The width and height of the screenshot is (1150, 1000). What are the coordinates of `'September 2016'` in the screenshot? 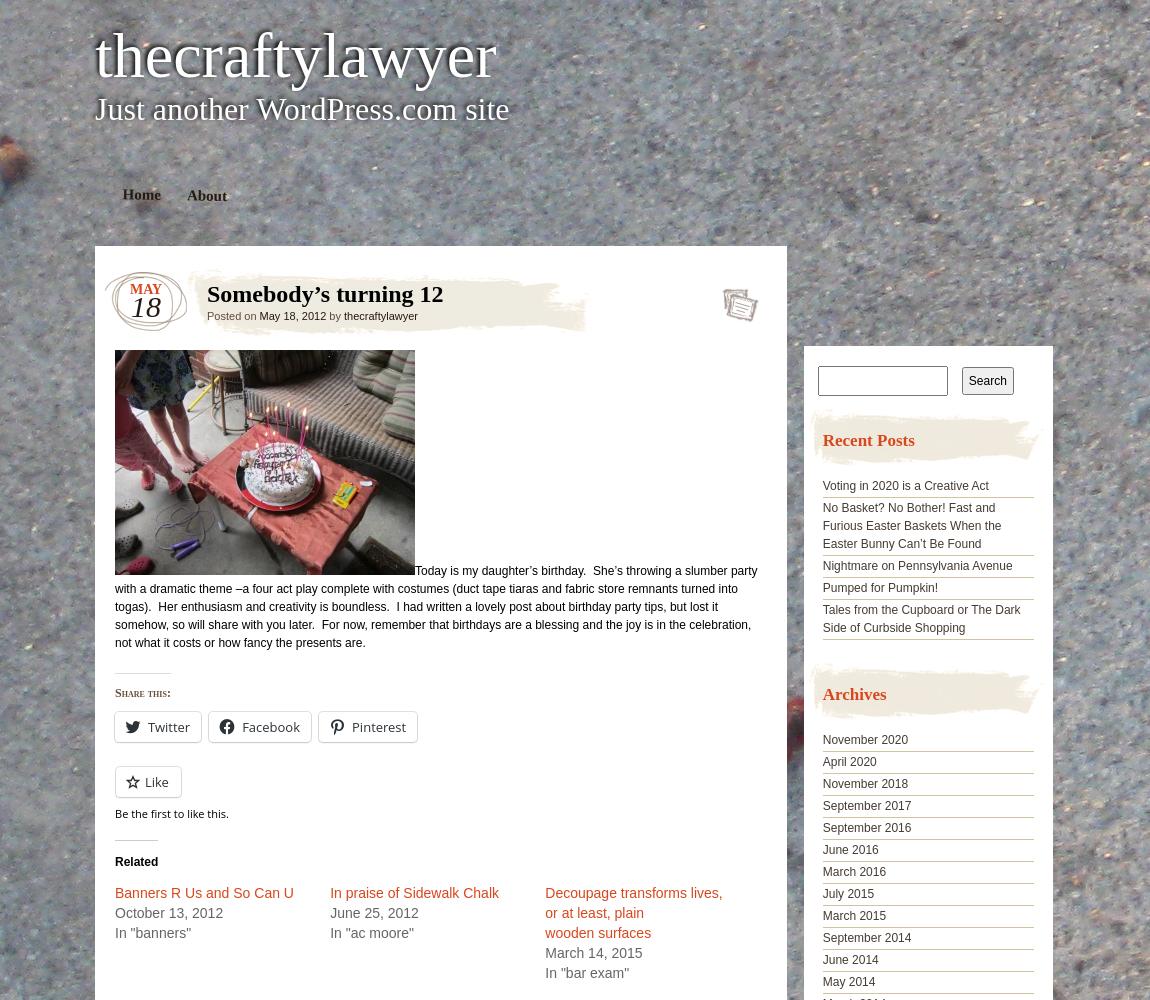 It's located at (866, 827).